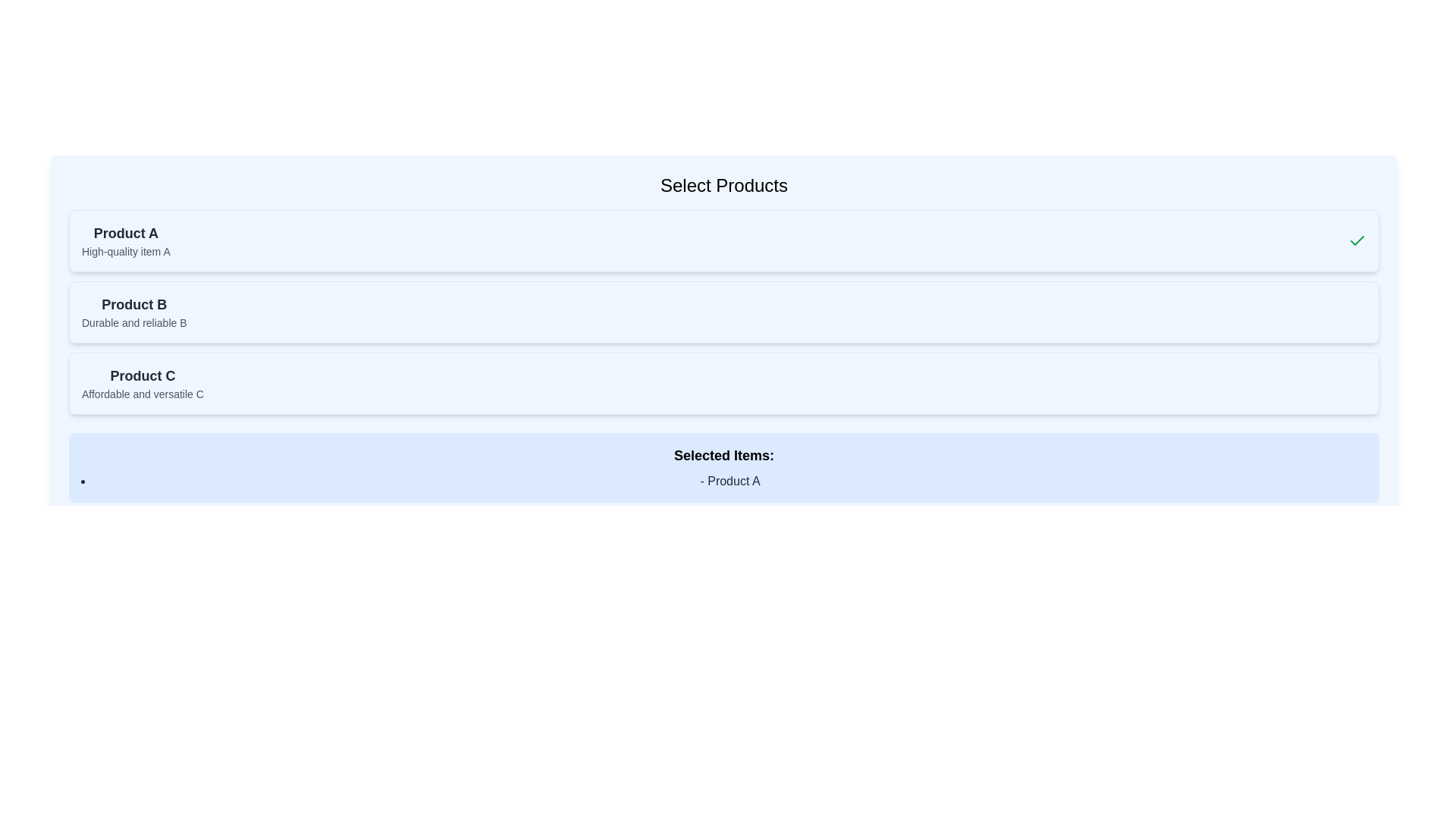 This screenshot has height=819, width=1456. Describe the element at coordinates (134, 304) in the screenshot. I see `the Text header that indicates the title of Product B` at that location.